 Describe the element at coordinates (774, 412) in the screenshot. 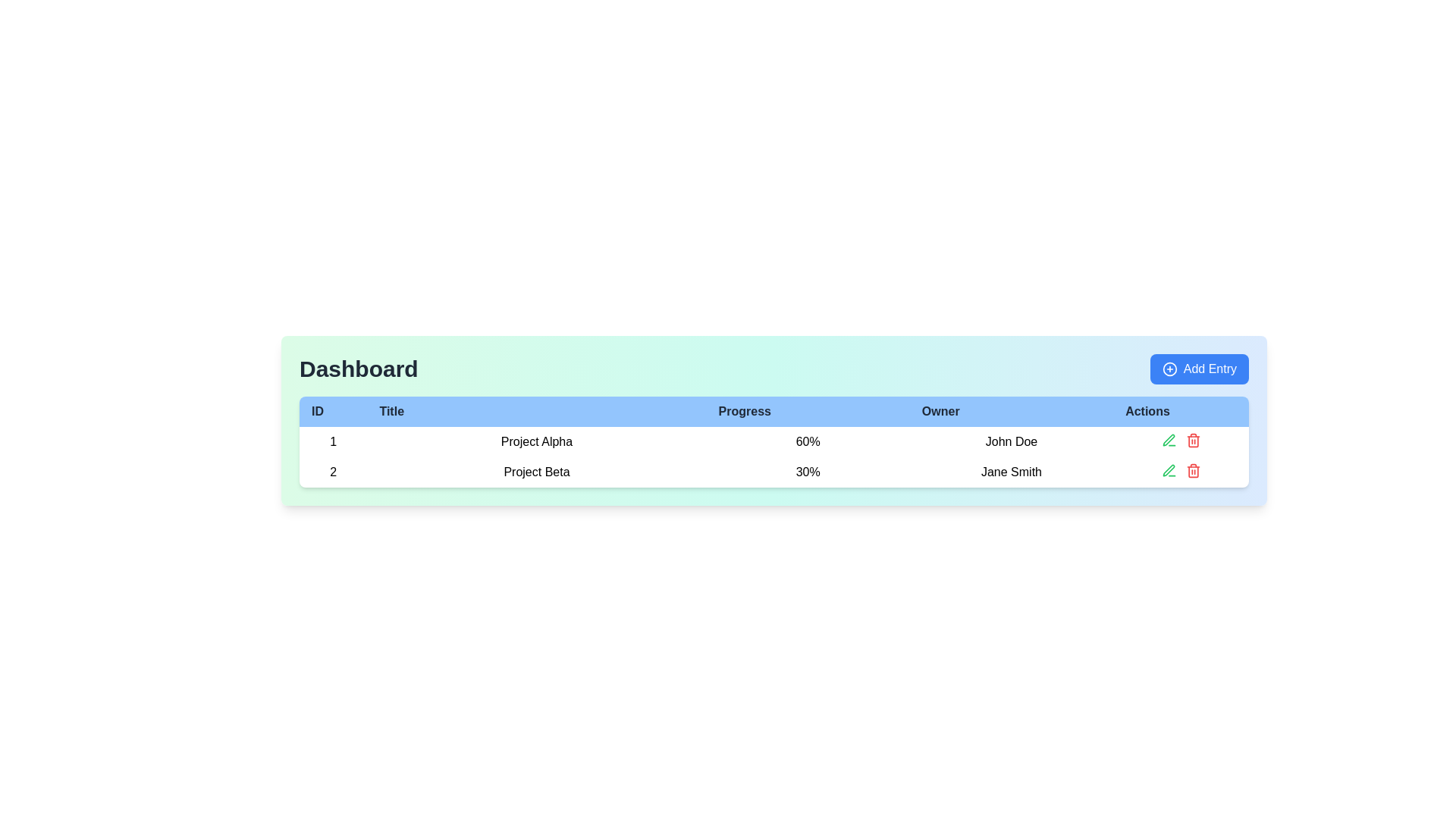

I see `the header row of the table` at that location.